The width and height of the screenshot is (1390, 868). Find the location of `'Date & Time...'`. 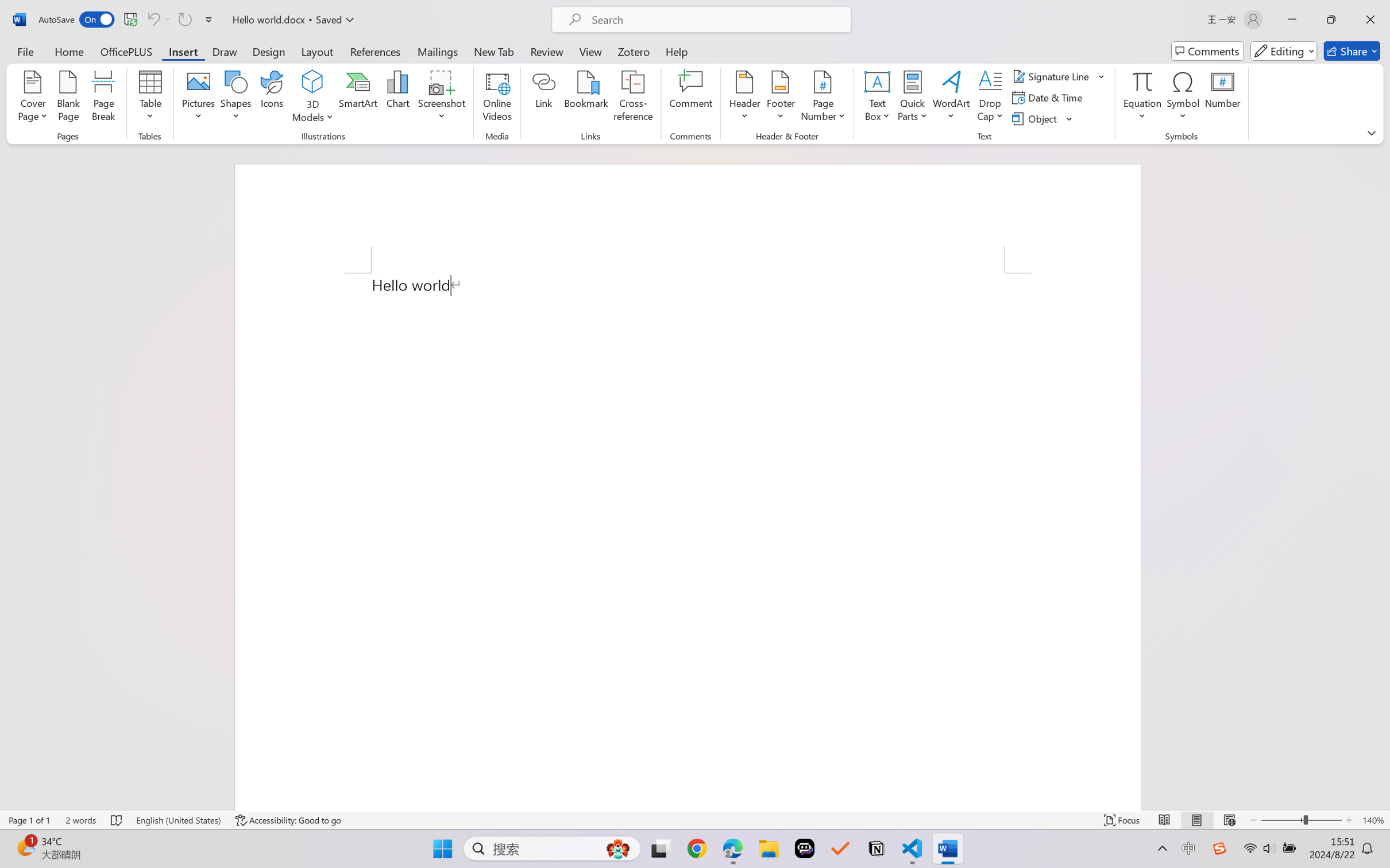

'Date & Time...' is located at coordinates (1048, 98).